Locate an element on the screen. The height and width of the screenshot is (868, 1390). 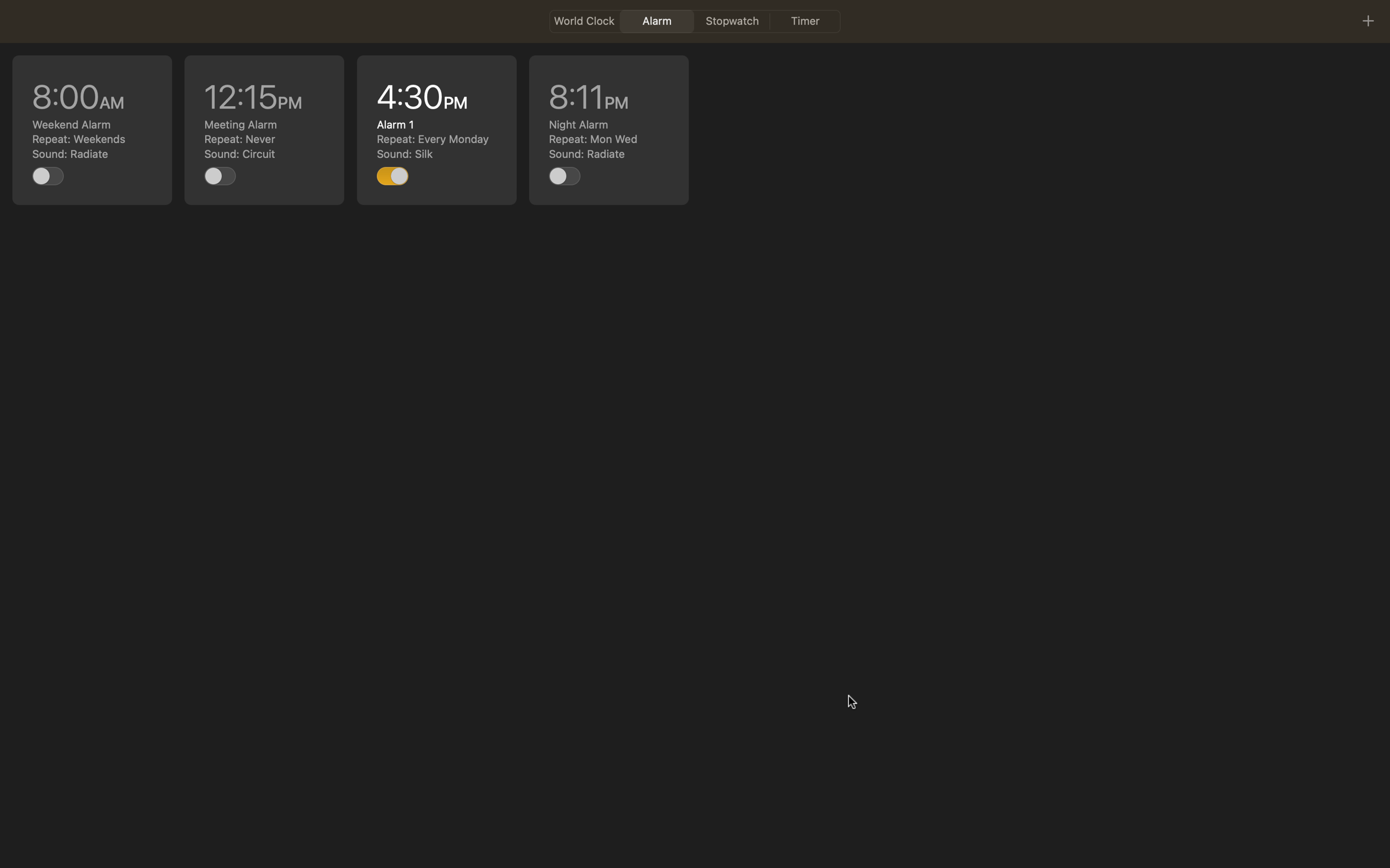
Use the plus symbol to create a fresh reminder is located at coordinates (1367, 20).